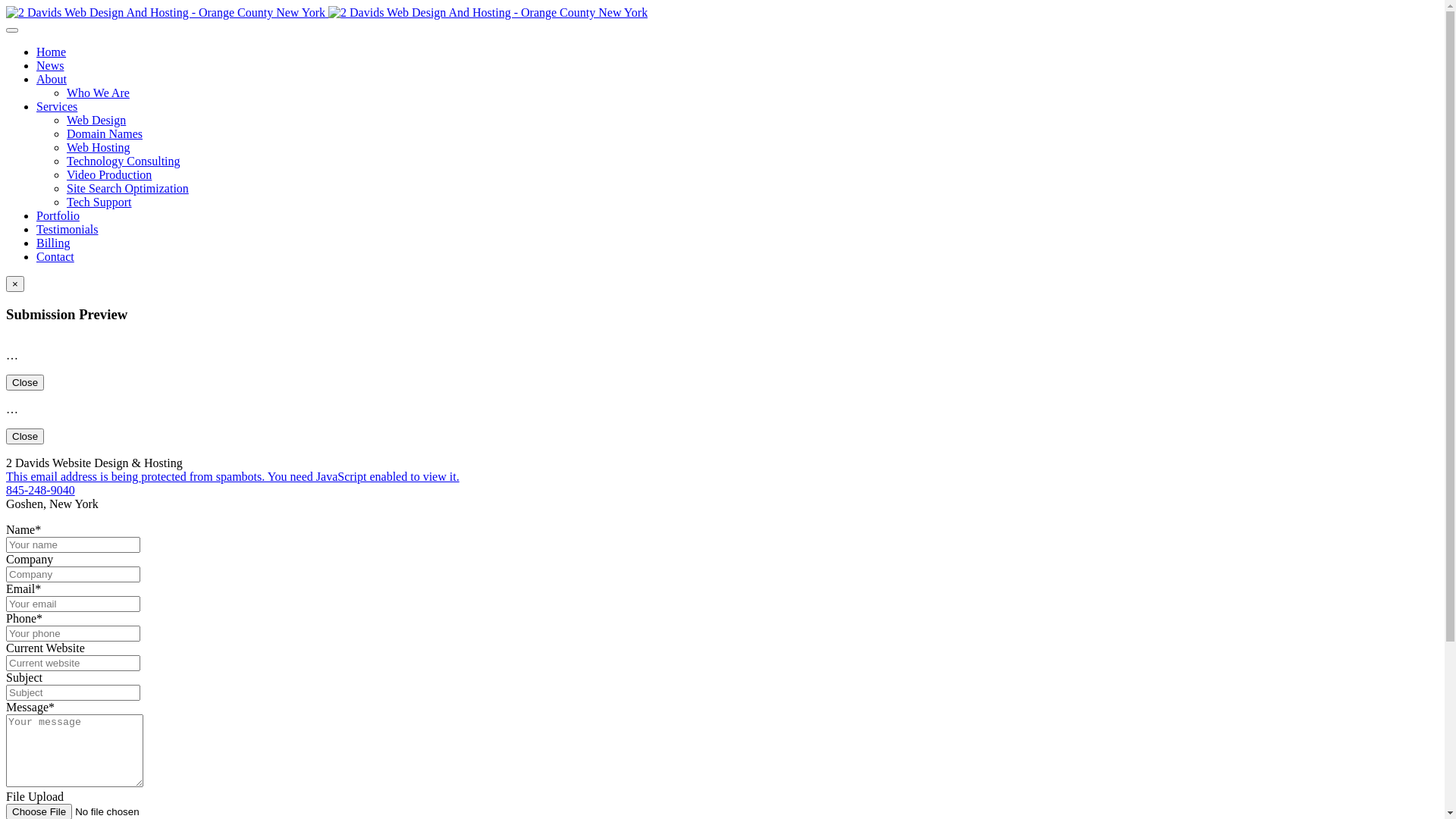 This screenshot has width=1456, height=819. Describe the element at coordinates (124, 161) in the screenshot. I see `'Technology Consulting'` at that location.